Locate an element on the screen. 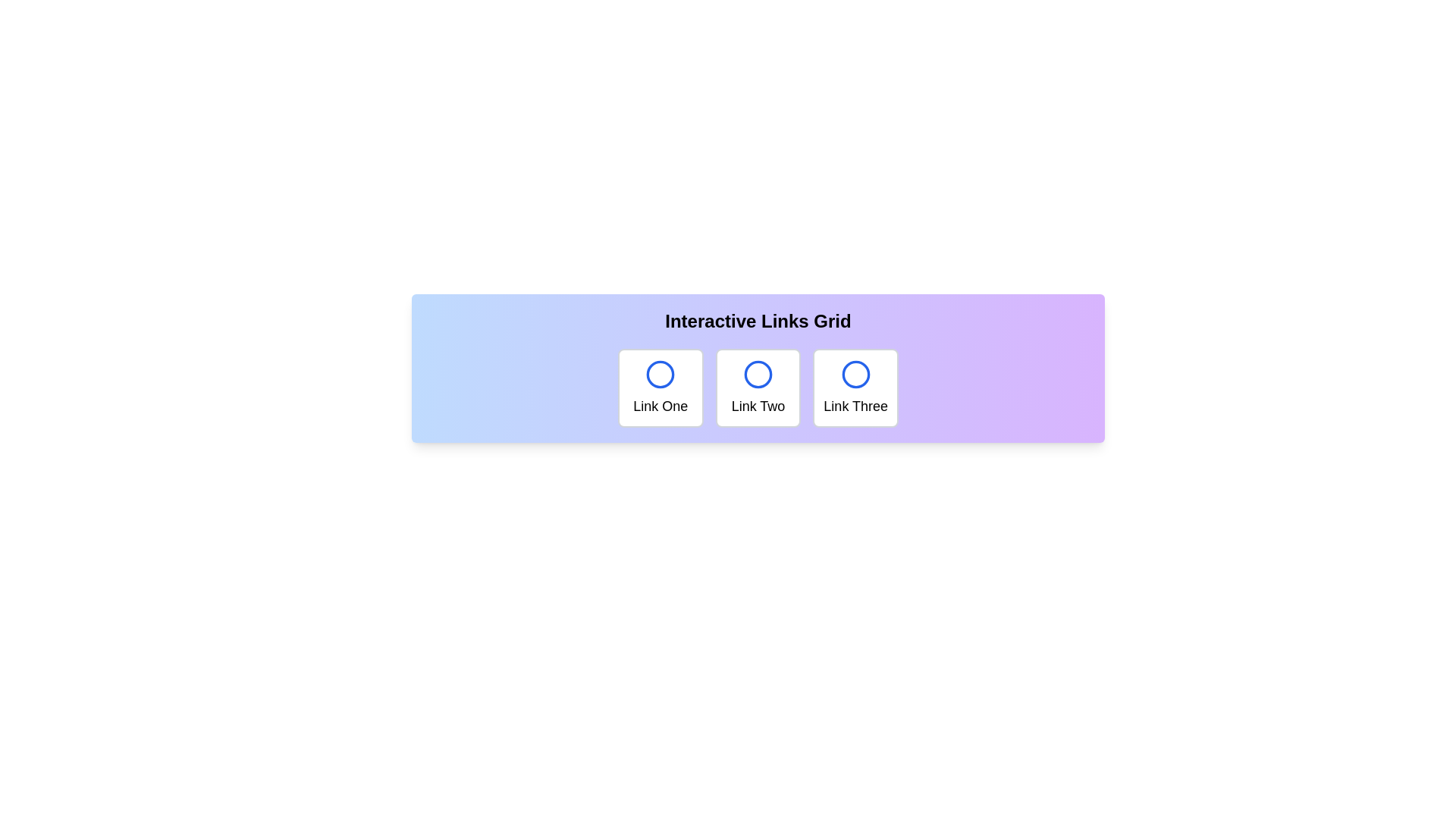 This screenshot has width=1456, height=819. the interactive link button labeled 'Link Two' is located at coordinates (758, 369).